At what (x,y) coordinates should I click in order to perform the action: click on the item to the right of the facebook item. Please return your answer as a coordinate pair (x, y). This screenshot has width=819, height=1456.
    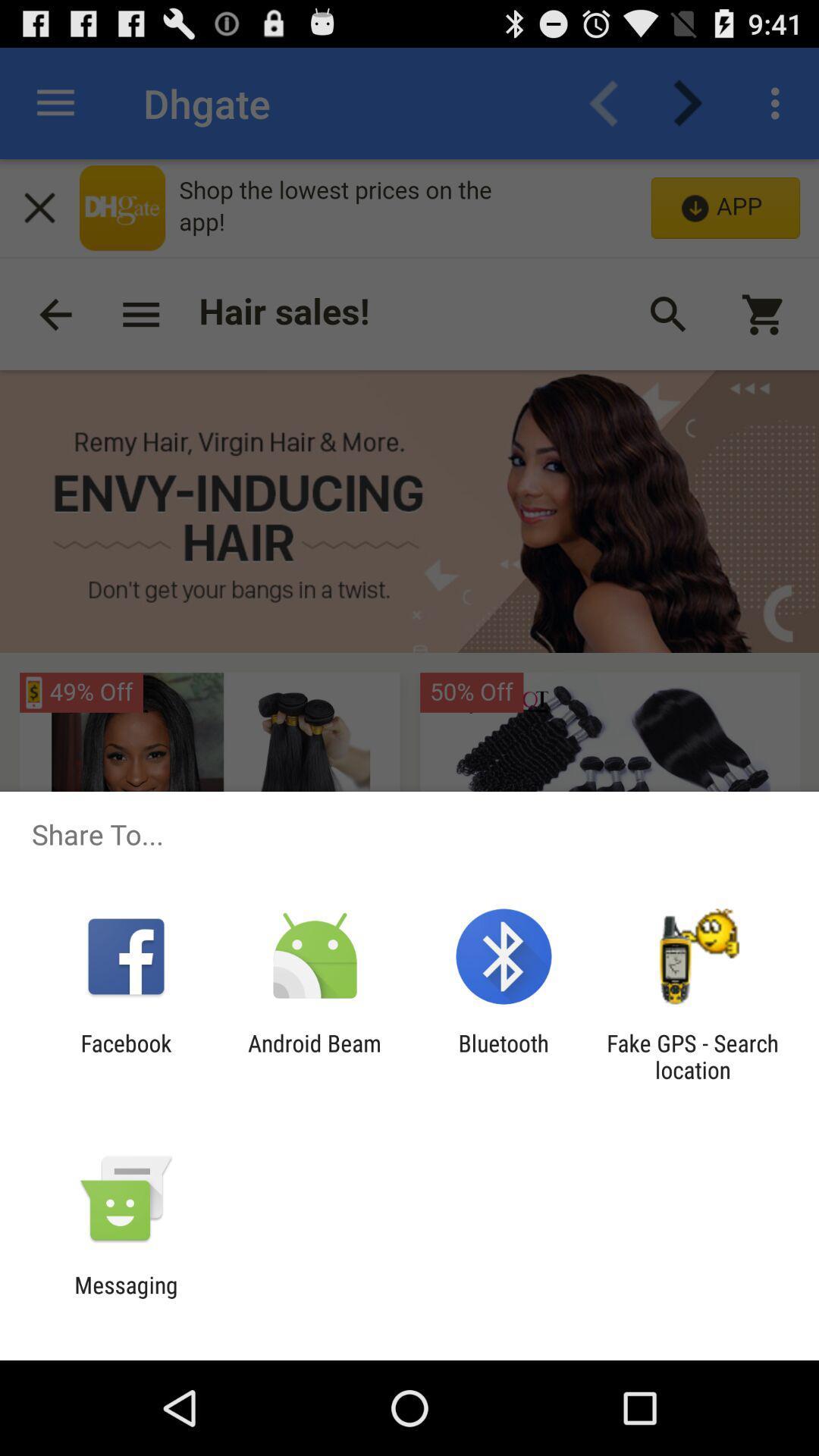
    Looking at the image, I should click on (314, 1056).